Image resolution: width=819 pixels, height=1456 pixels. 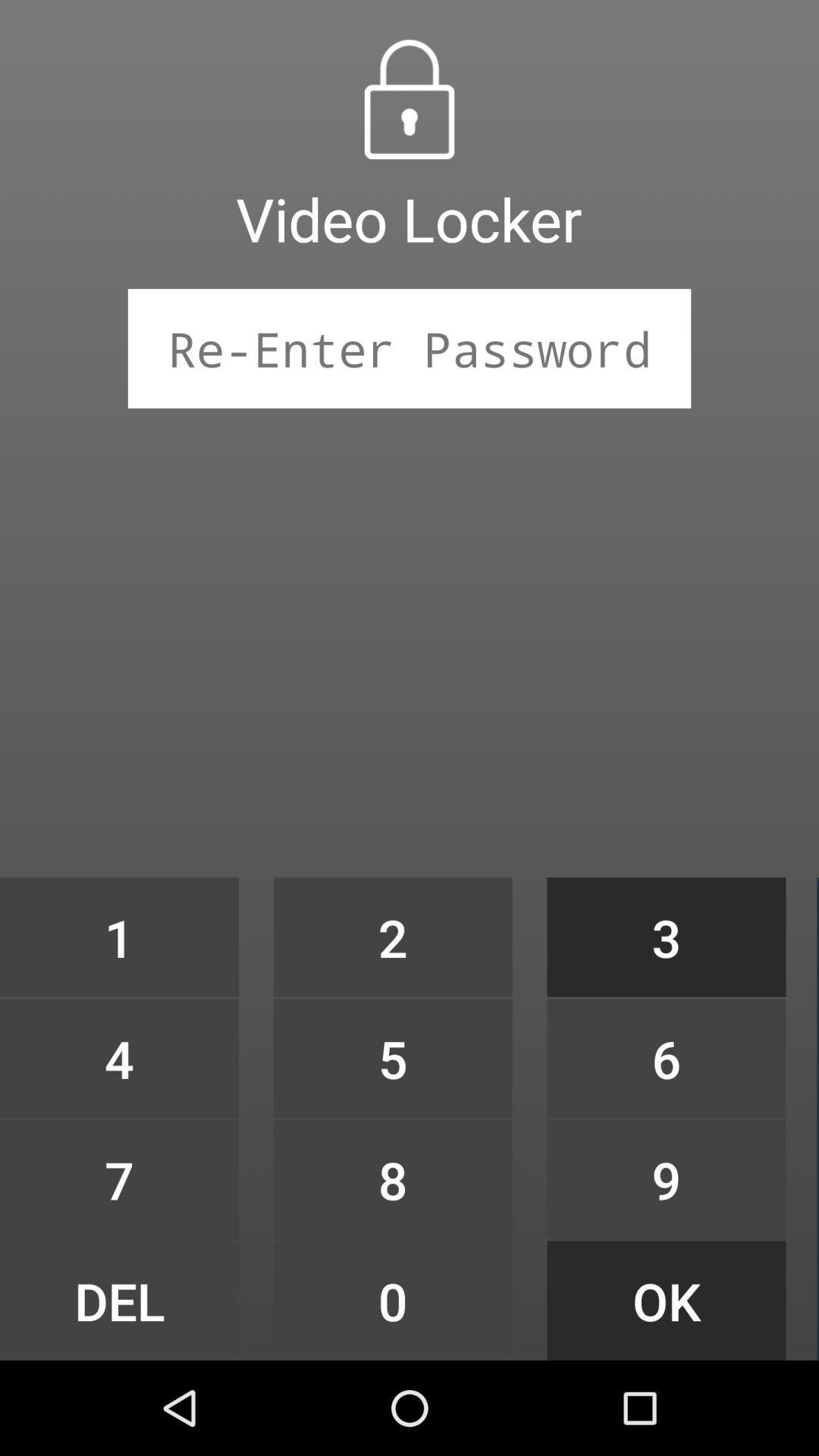 I want to click on item above 0 icon, so click(x=392, y=1178).